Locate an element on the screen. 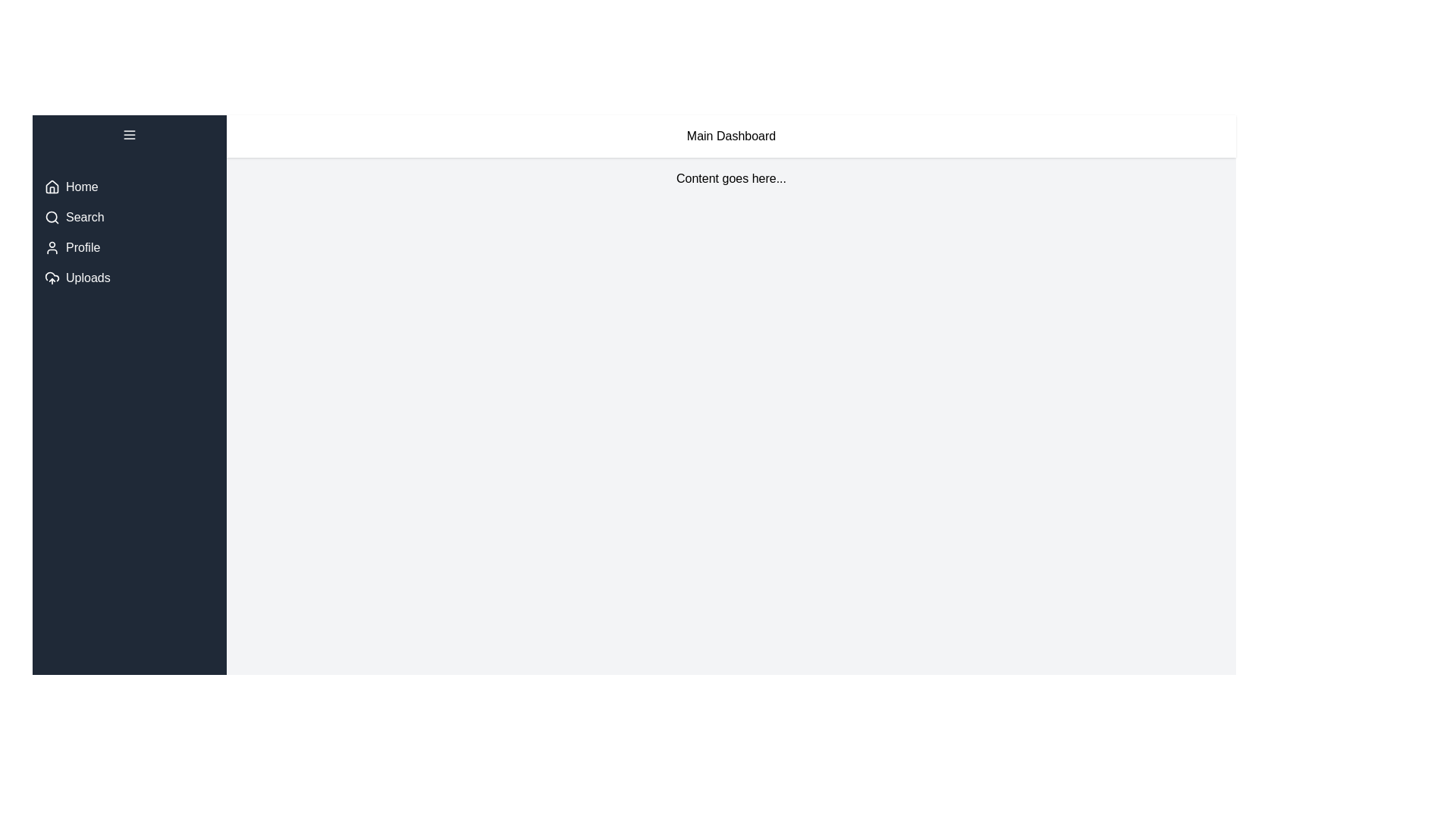 Image resolution: width=1456 pixels, height=819 pixels. the 'Search' menu item in the dark-themed sidebar is located at coordinates (130, 233).